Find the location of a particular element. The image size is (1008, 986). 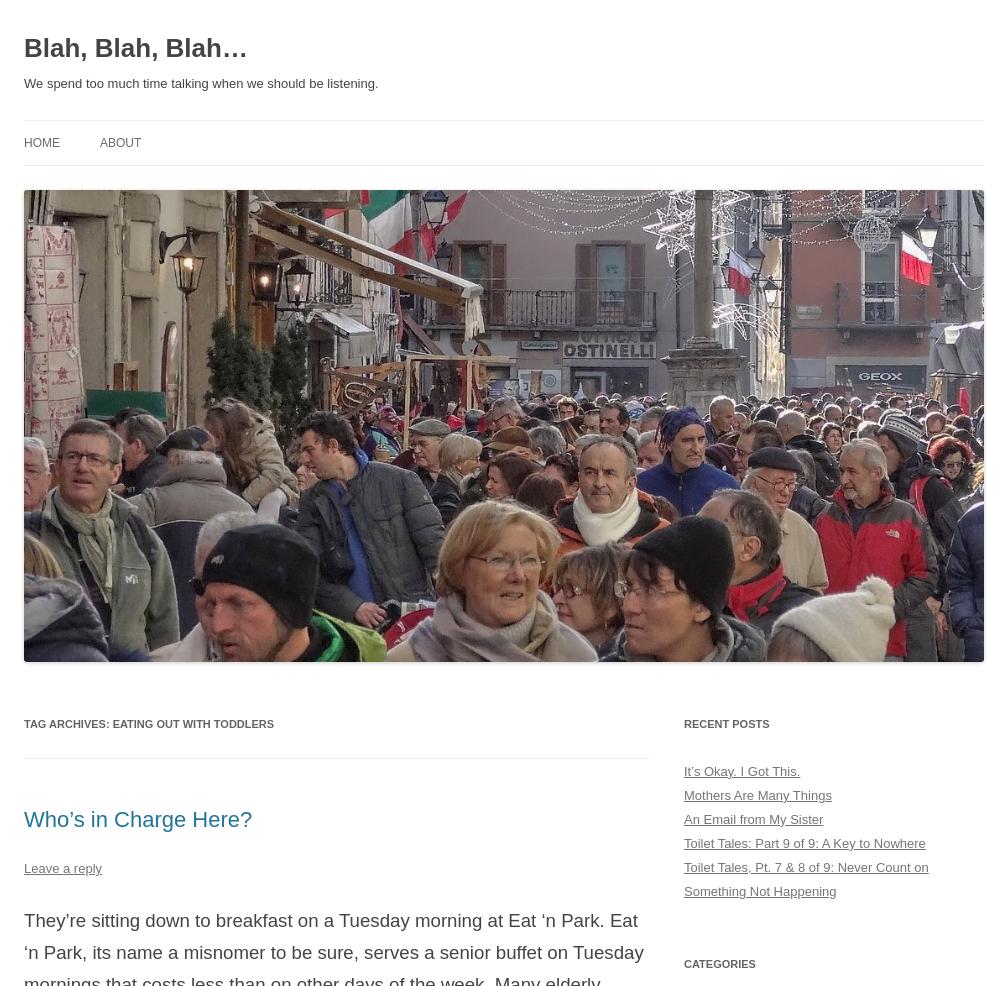

'Toilet Tales: Part 9 of 9: A Key to Nowhere' is located at coordinates (804, 841).